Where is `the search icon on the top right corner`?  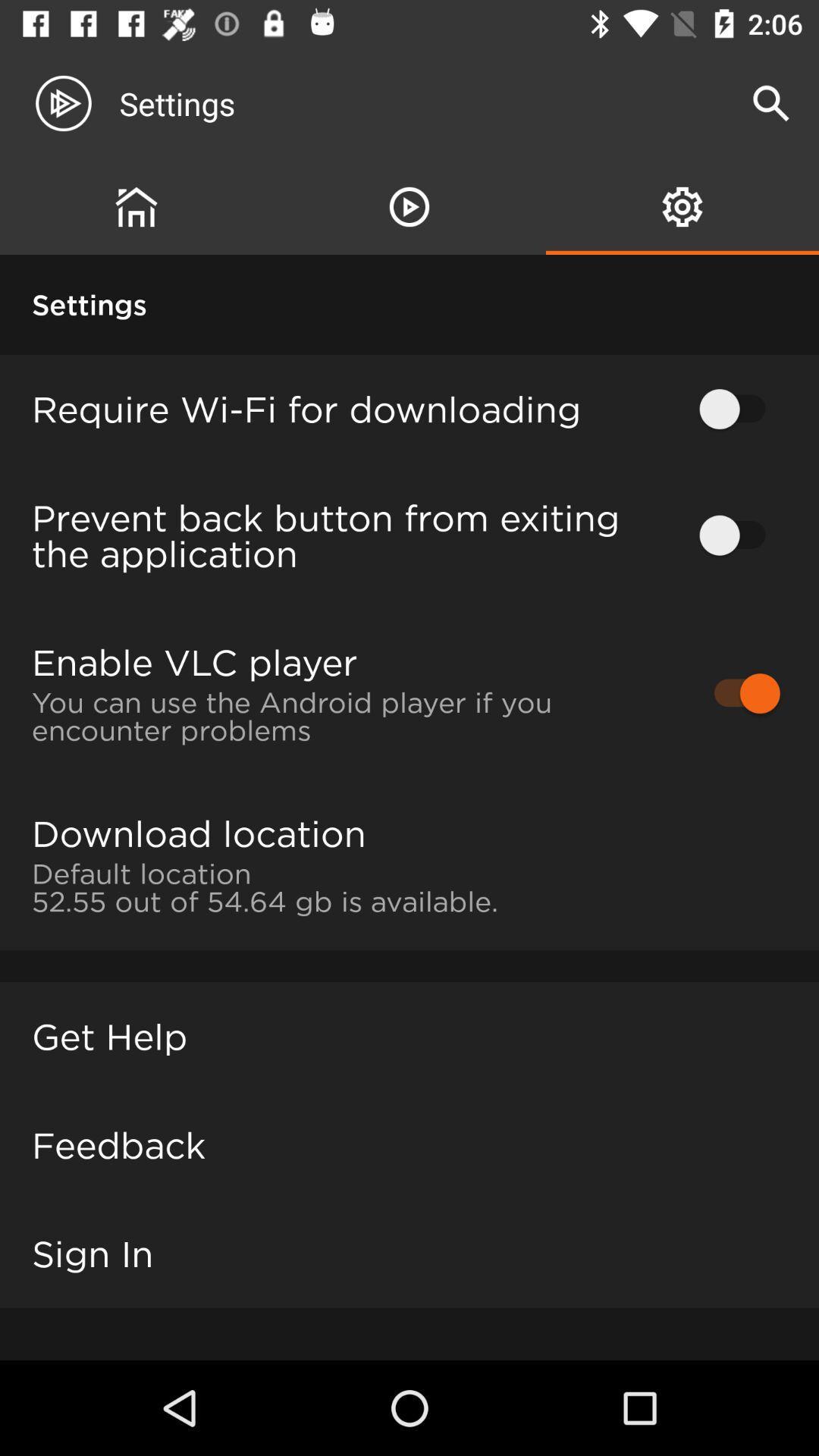
the search icon on the top right corner is located at coordinates (771, 103).